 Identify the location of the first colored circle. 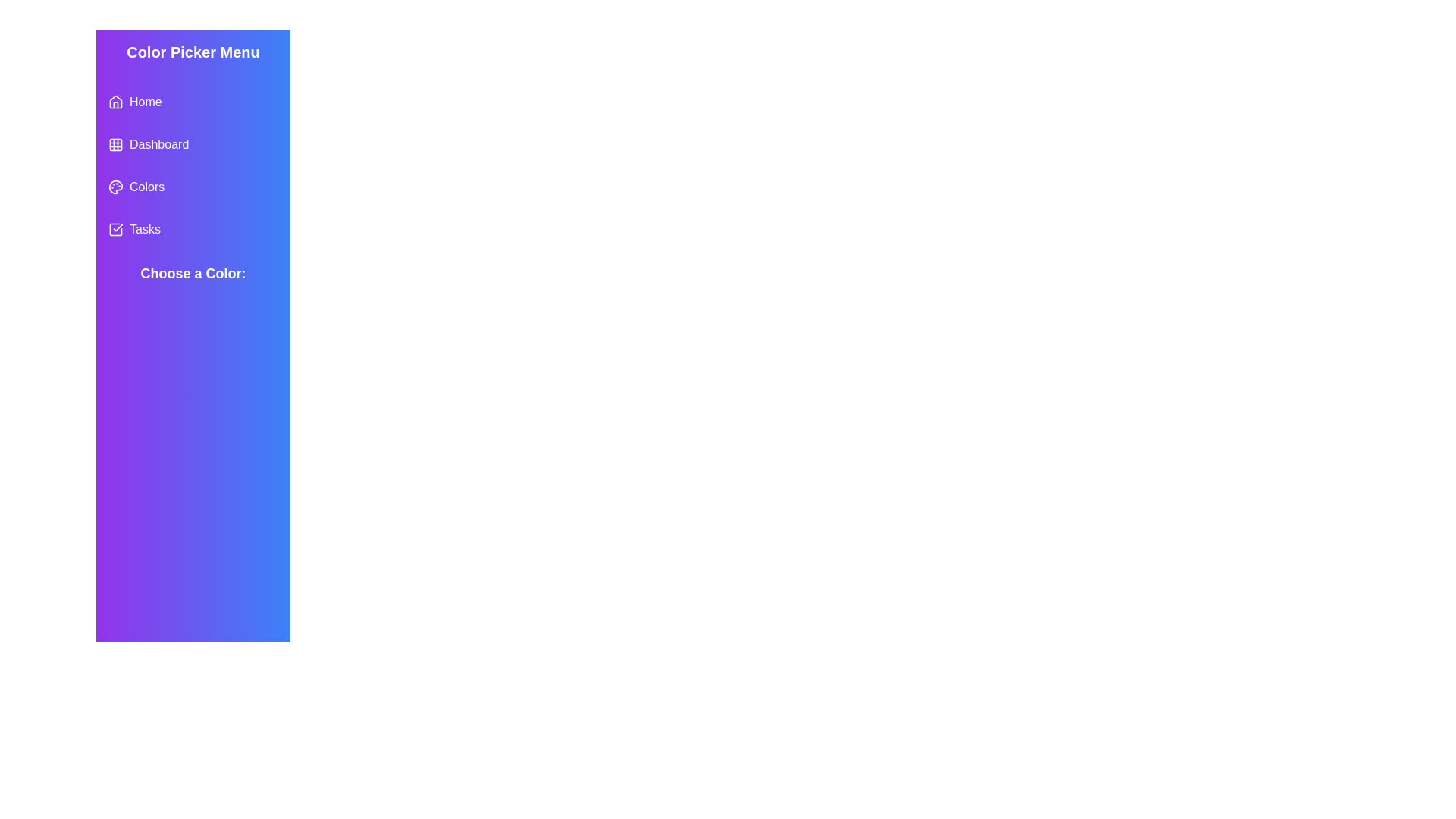
(124, 305).